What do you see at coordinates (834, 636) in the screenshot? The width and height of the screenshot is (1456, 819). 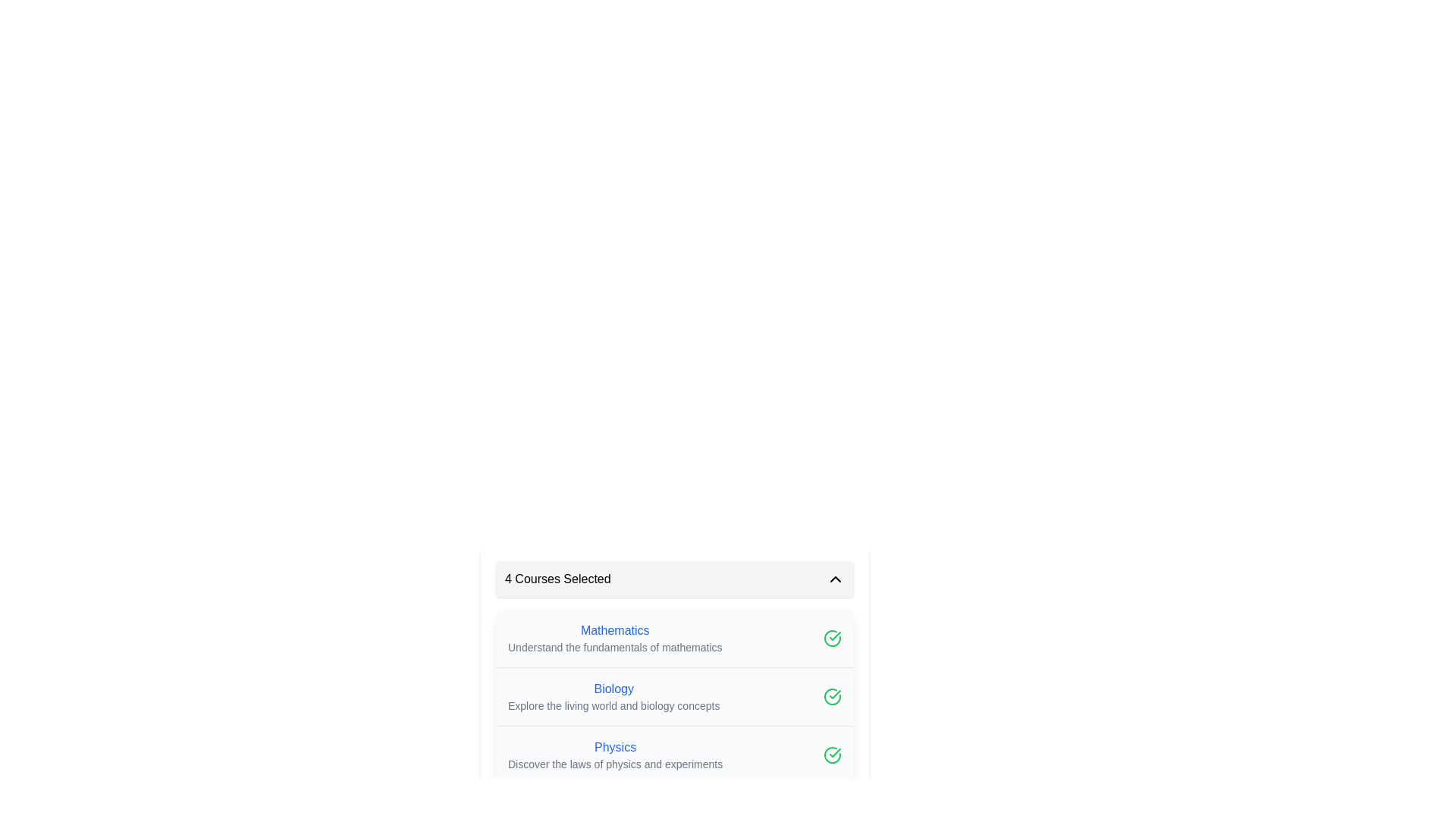 I see `the checkmark icon nested within the circular green icon to the right of the 'Biology' text in the '4 Courses Selected' dropdown menu` at bounding box center [834, 636].